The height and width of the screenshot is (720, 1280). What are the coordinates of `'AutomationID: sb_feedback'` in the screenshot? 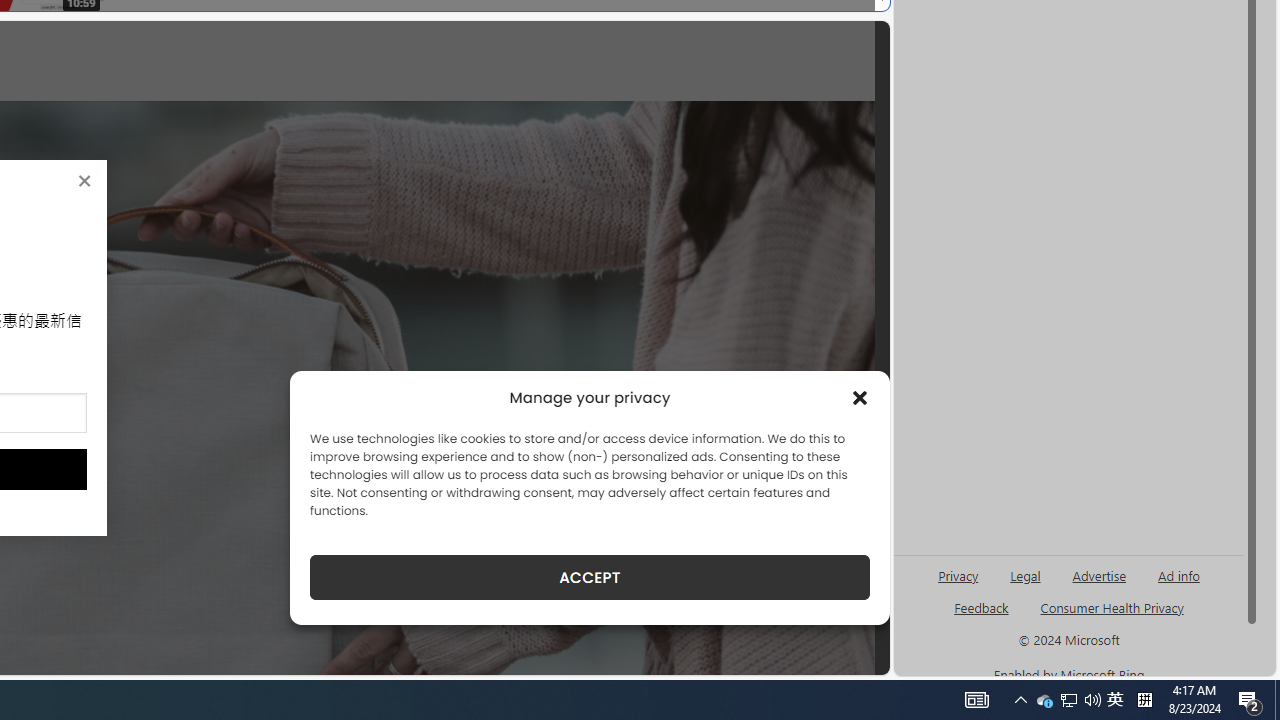 It's located at (981, 606).